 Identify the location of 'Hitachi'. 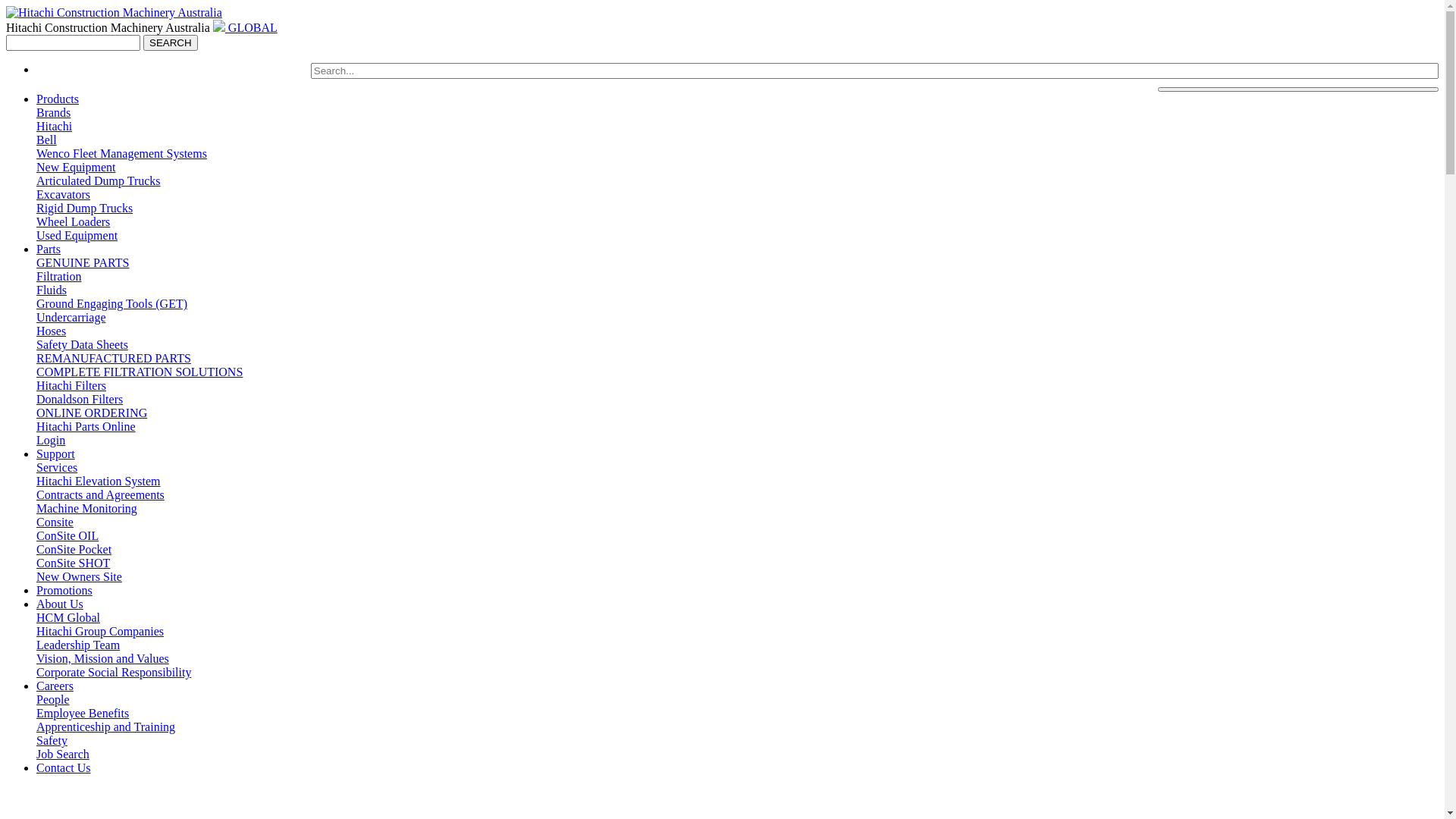
(54, 125).